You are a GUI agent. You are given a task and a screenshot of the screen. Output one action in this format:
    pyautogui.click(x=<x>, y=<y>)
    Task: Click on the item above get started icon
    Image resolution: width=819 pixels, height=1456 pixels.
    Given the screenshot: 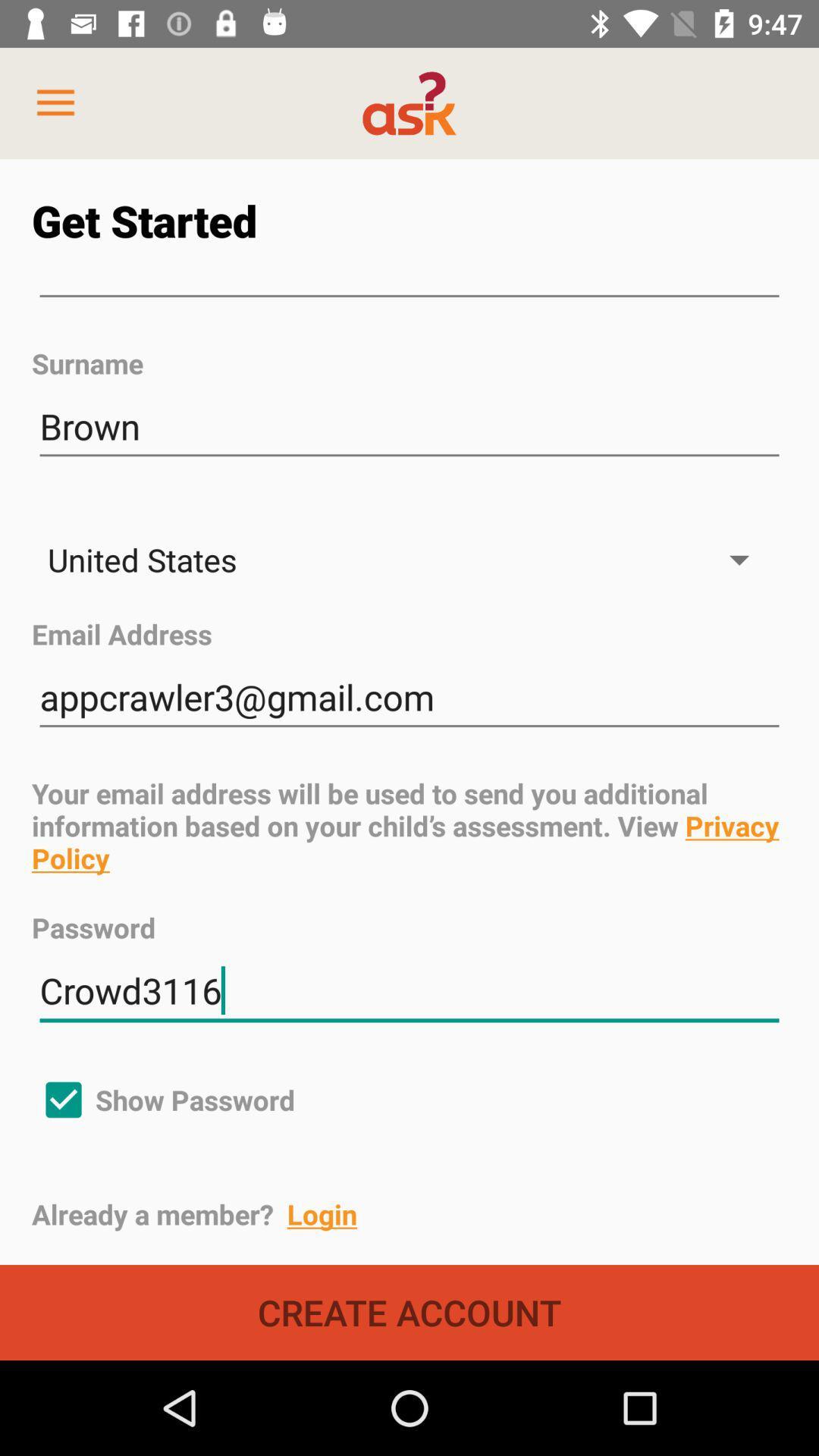 What is the action you would take?
    pyautogui.click(x=55, y=102)
    